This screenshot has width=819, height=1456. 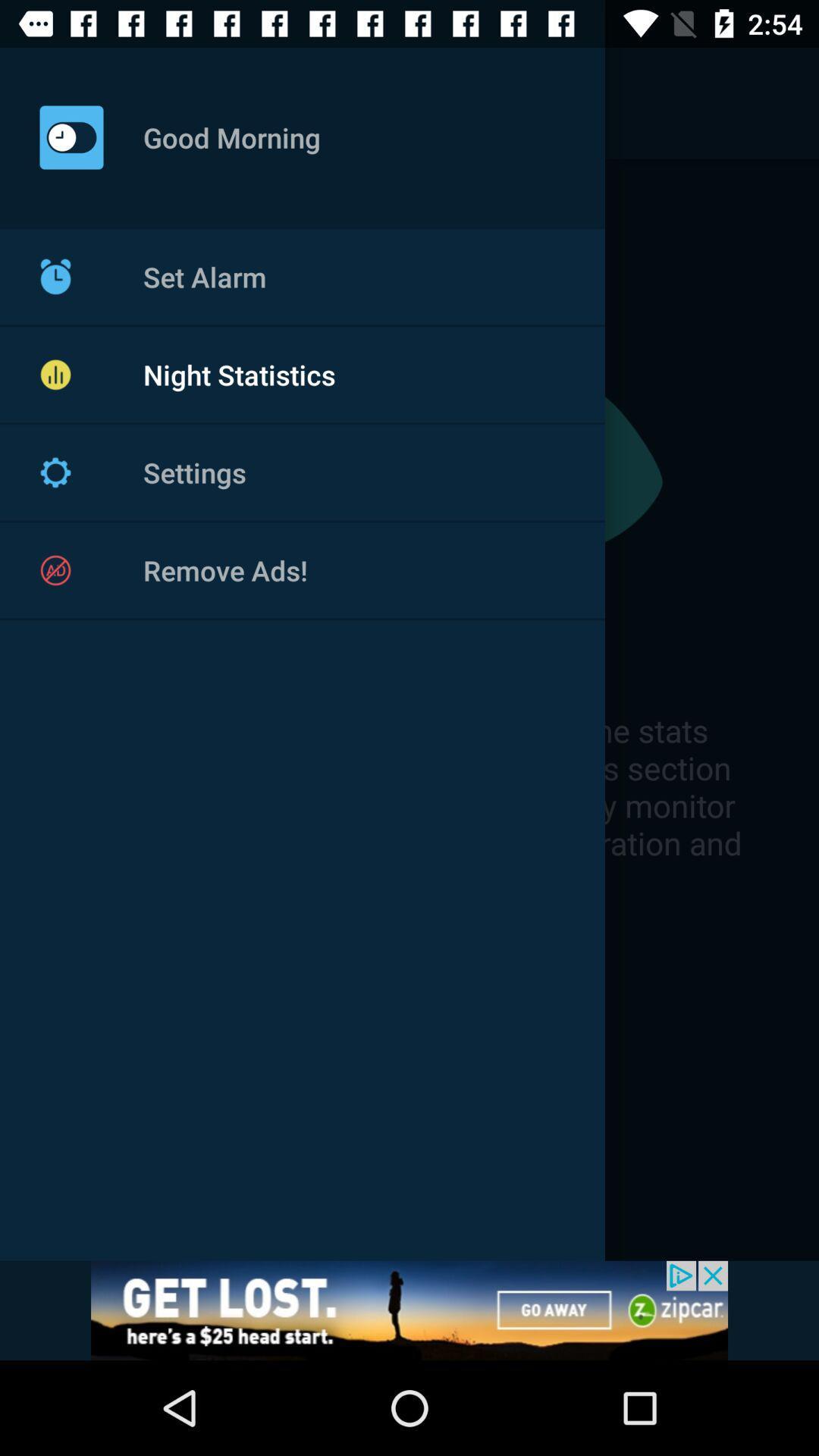 What do you see at coordinates (55, 570) in the screenshot?
I see `the remove ads icon` at bounding box center [55, 570].